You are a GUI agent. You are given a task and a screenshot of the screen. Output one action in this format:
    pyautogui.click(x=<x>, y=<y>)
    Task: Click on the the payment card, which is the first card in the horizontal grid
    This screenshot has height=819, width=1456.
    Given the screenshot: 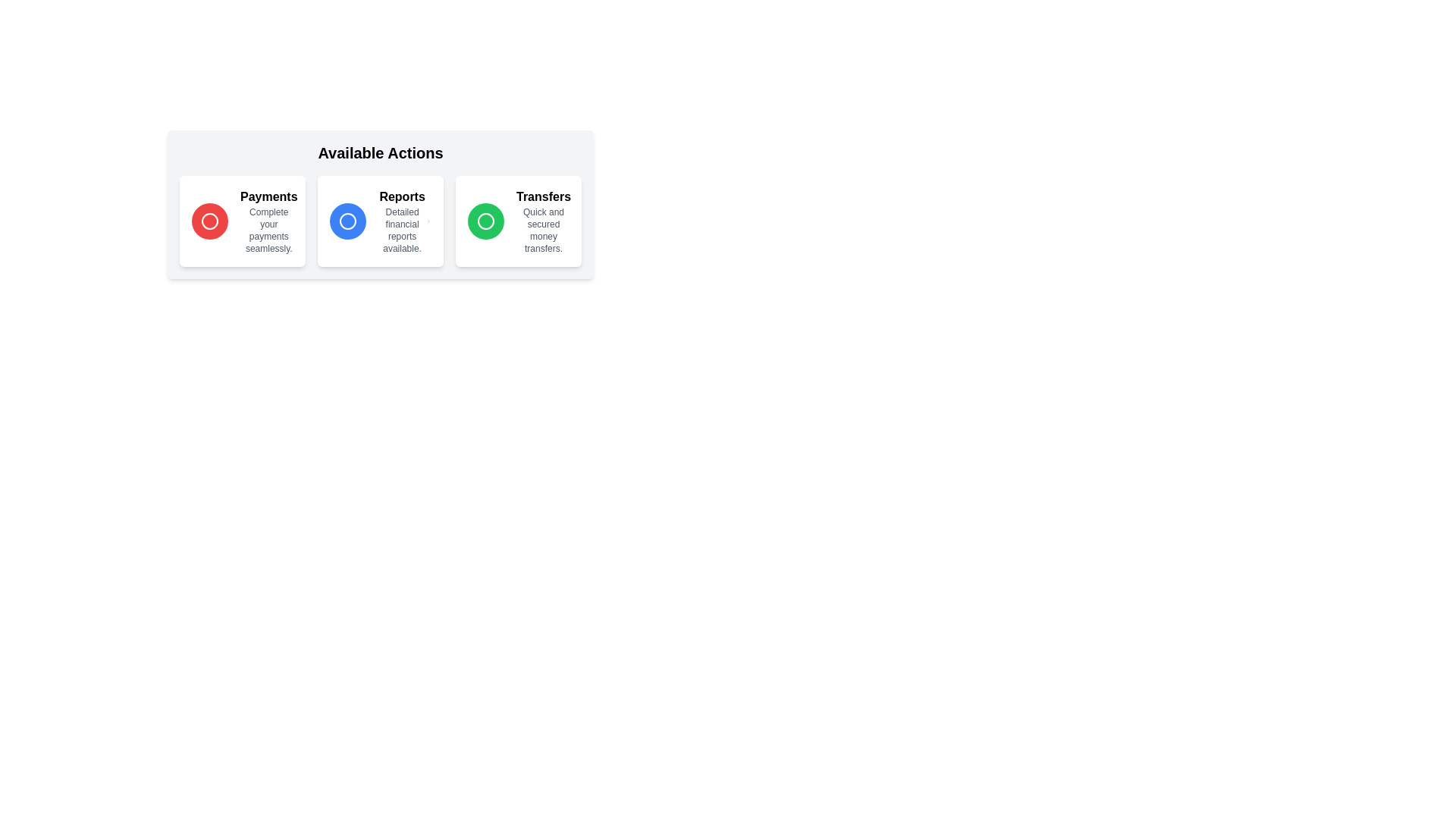 What is the action you would take?
    pyautogui.click(x=243, y=221)
    